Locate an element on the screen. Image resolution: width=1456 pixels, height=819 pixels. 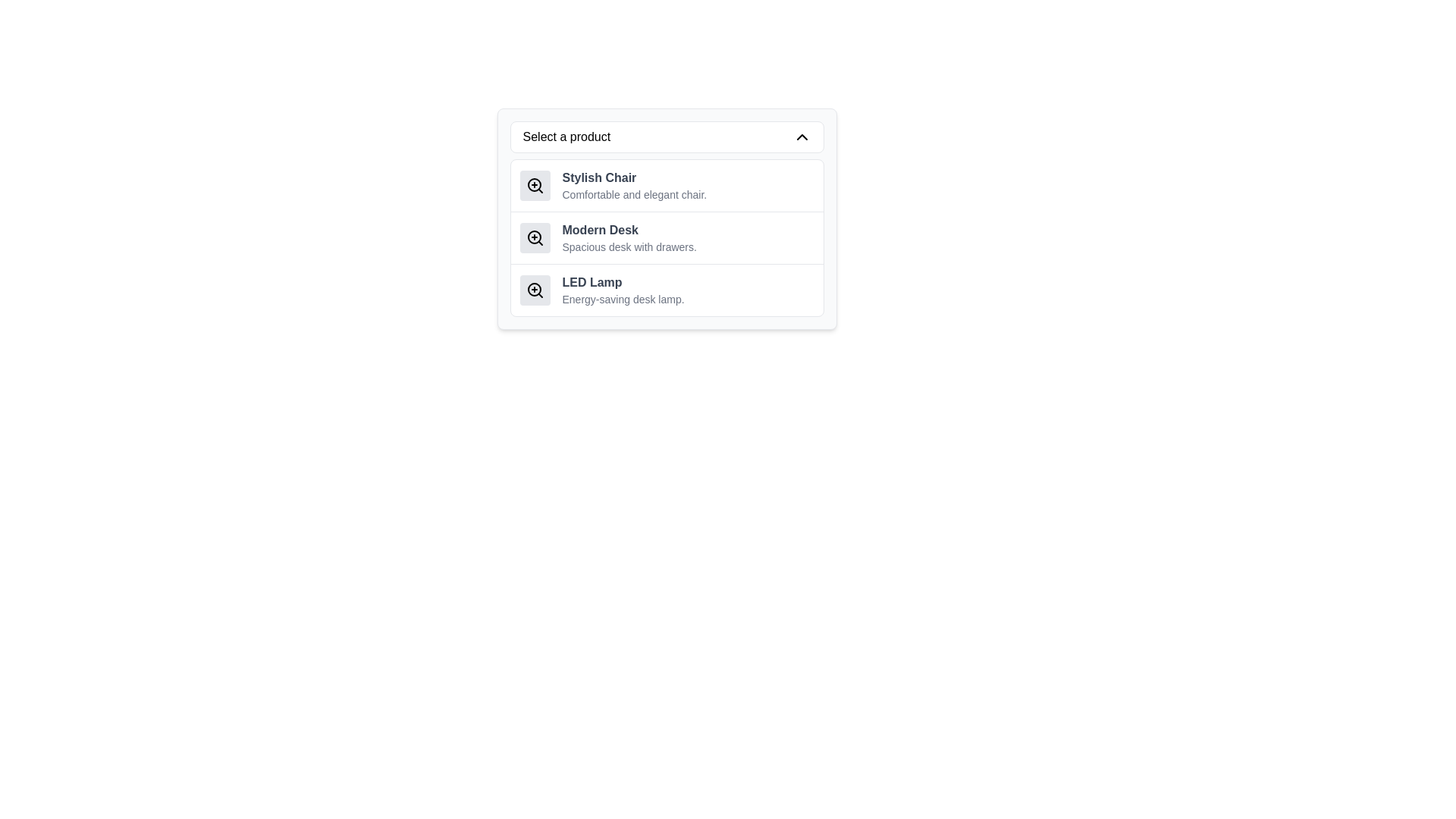
the Icon button with a magnifying glass and plus sign to zoom in on the product details for 'Modern Desk' is located at coordinates (535, 237).